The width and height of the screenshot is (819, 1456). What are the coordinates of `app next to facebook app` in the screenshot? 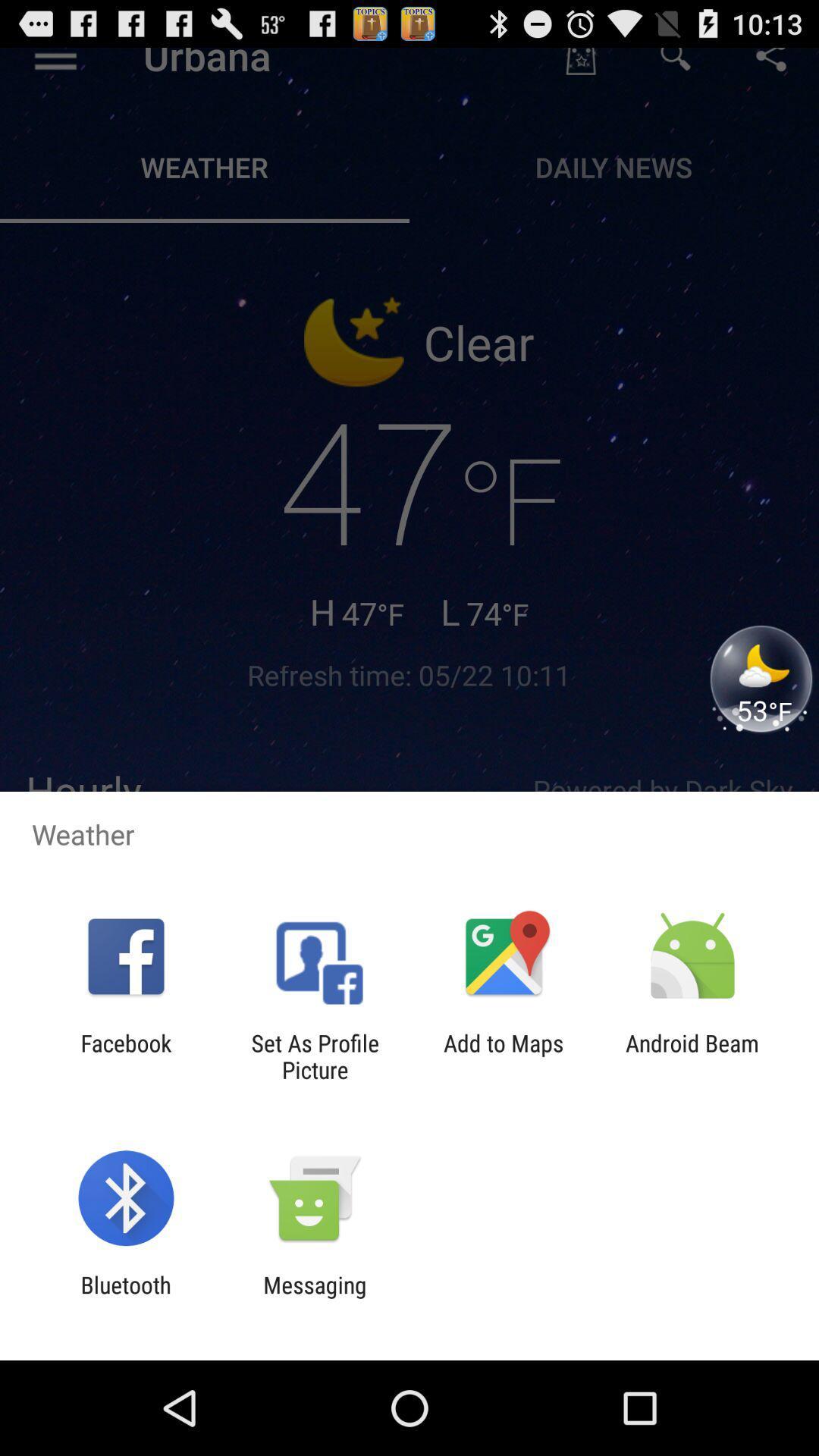 It's located at (314, 1056).